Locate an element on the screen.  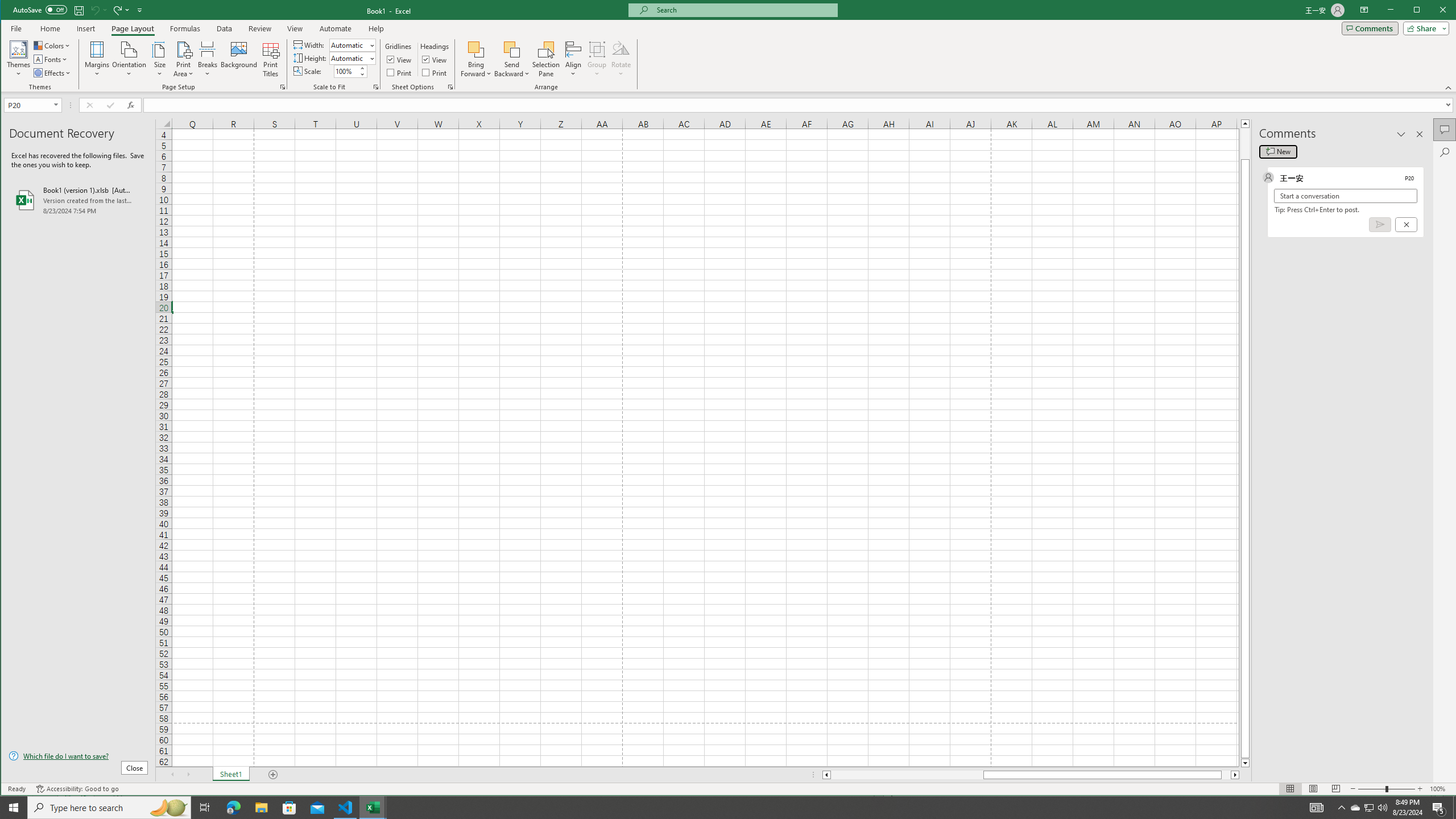
'Print Titles' is located at coordinates (271, 59).